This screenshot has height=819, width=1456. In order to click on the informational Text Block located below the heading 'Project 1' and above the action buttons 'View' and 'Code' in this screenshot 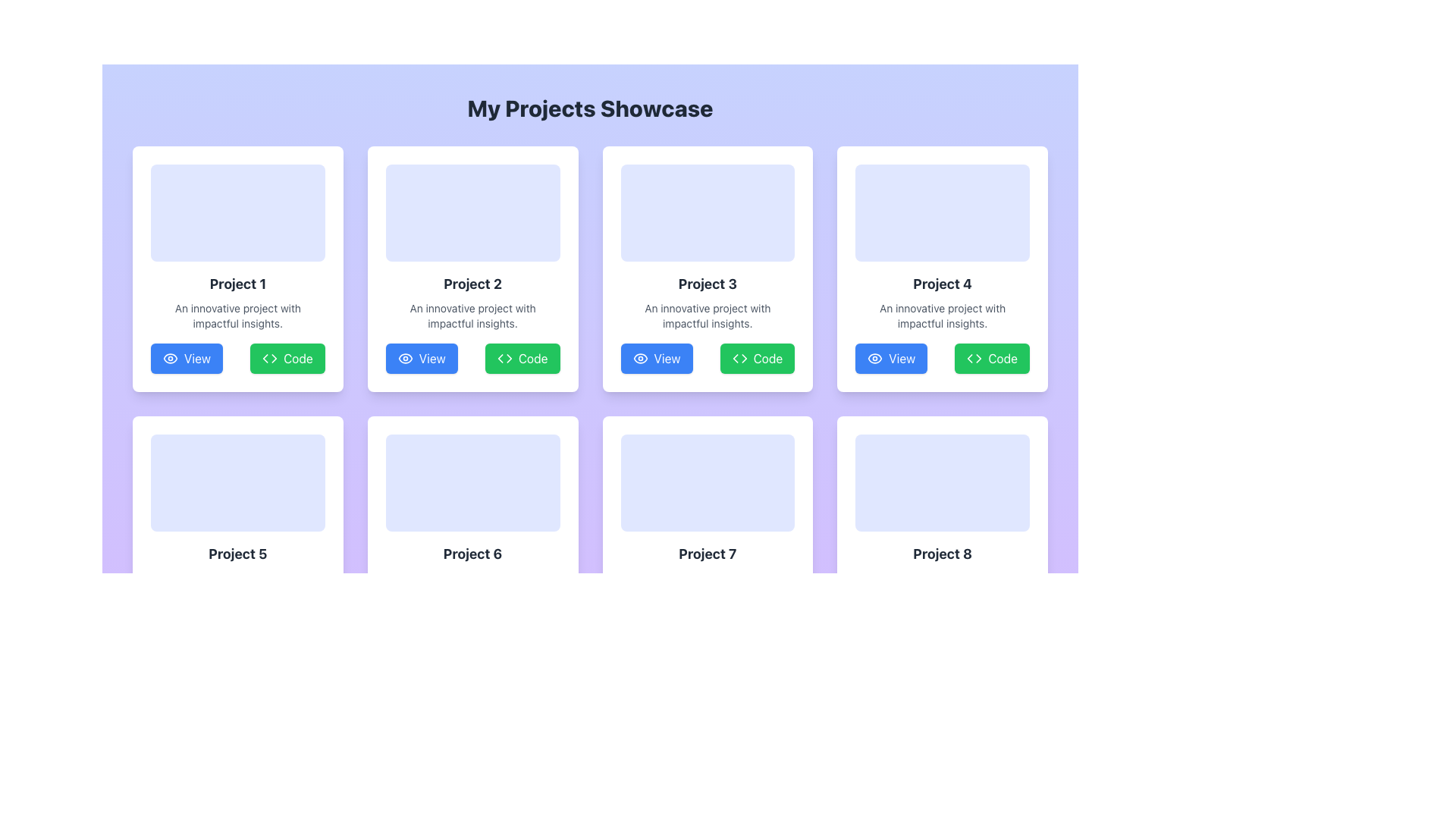, I will do `click(237, 315)`.